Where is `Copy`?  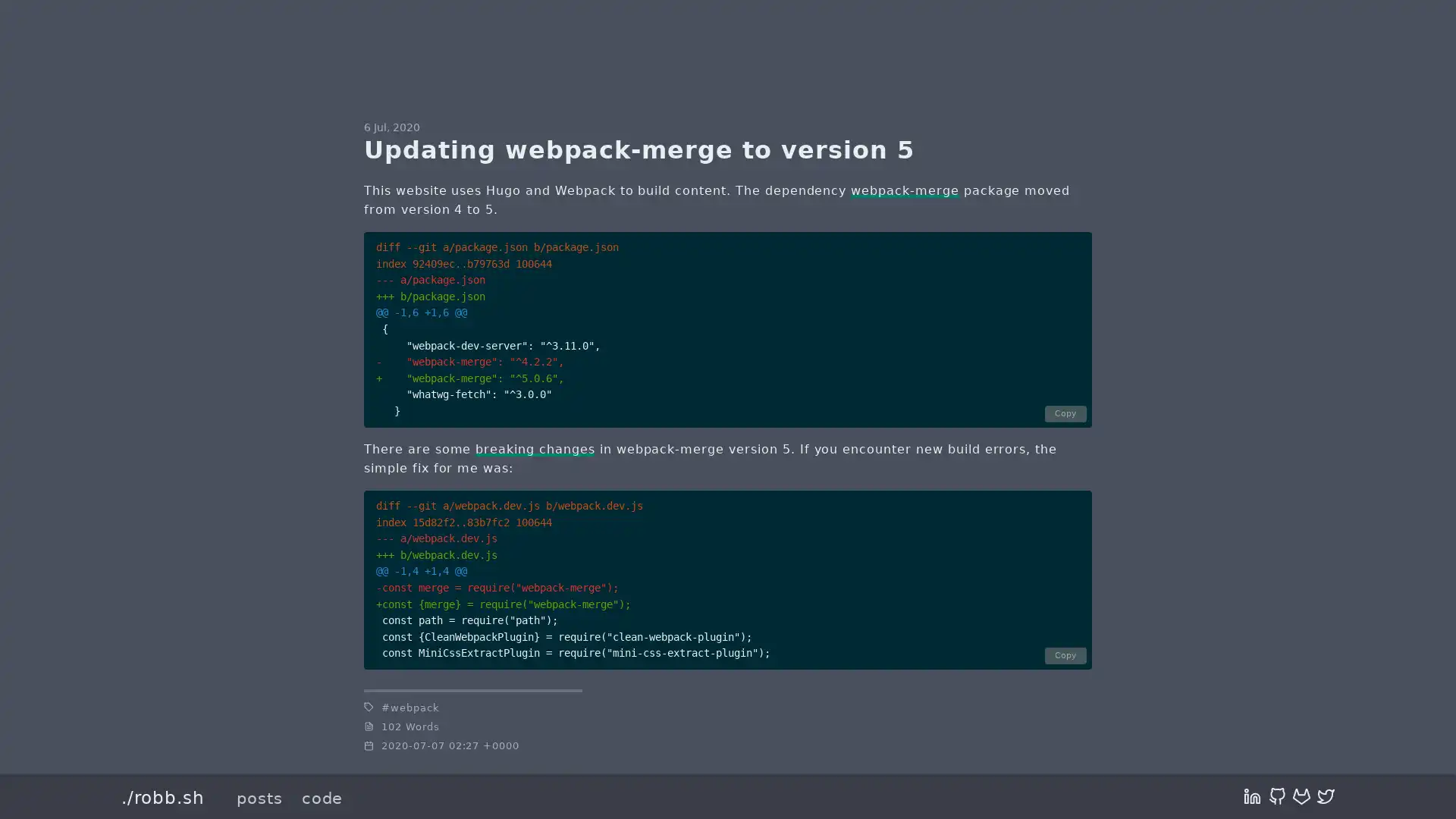 Copy is located at coordinates (1065, 413).